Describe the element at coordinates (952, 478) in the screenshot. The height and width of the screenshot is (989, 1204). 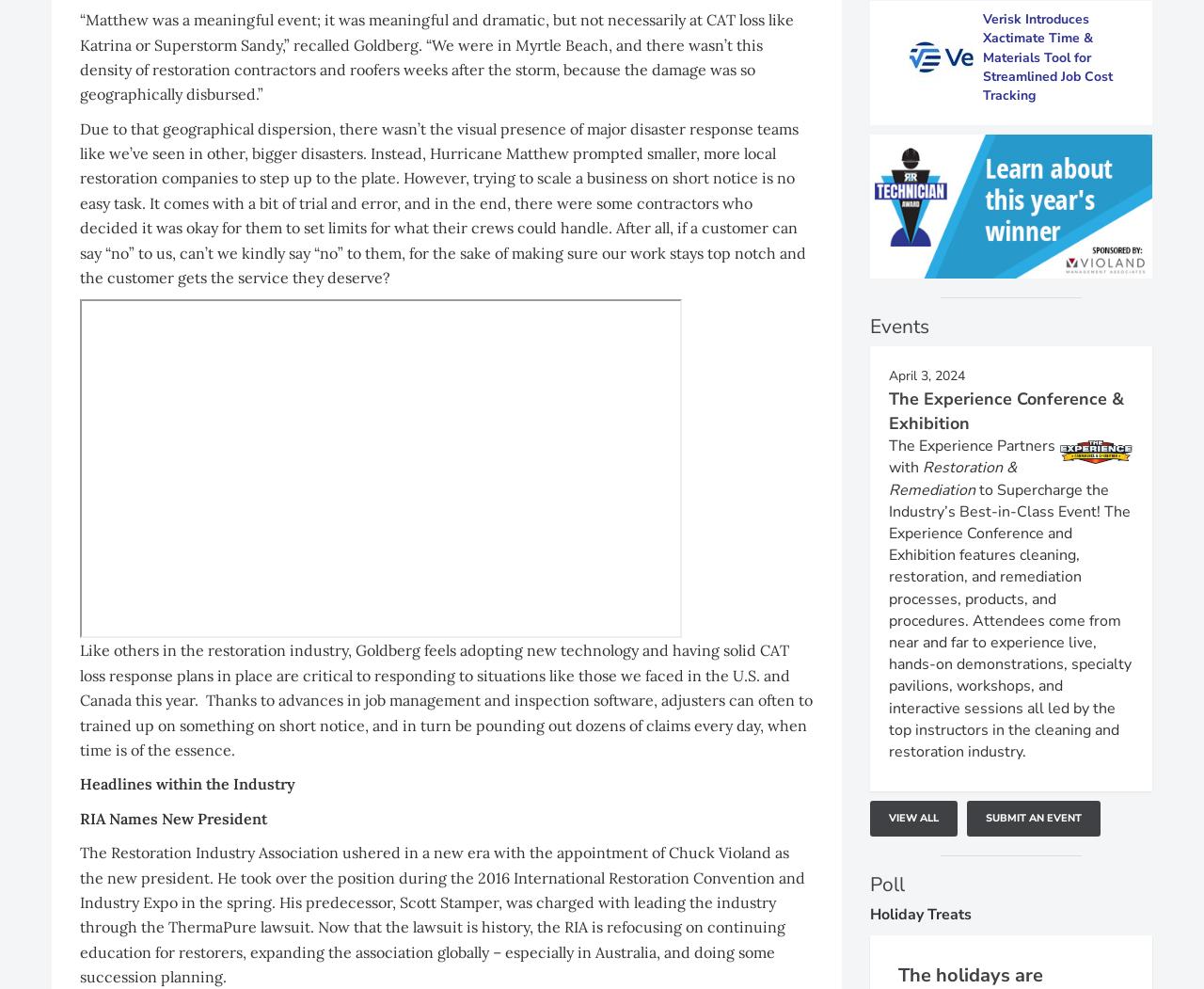
I see `'Restoration & Remediation'` at that location.